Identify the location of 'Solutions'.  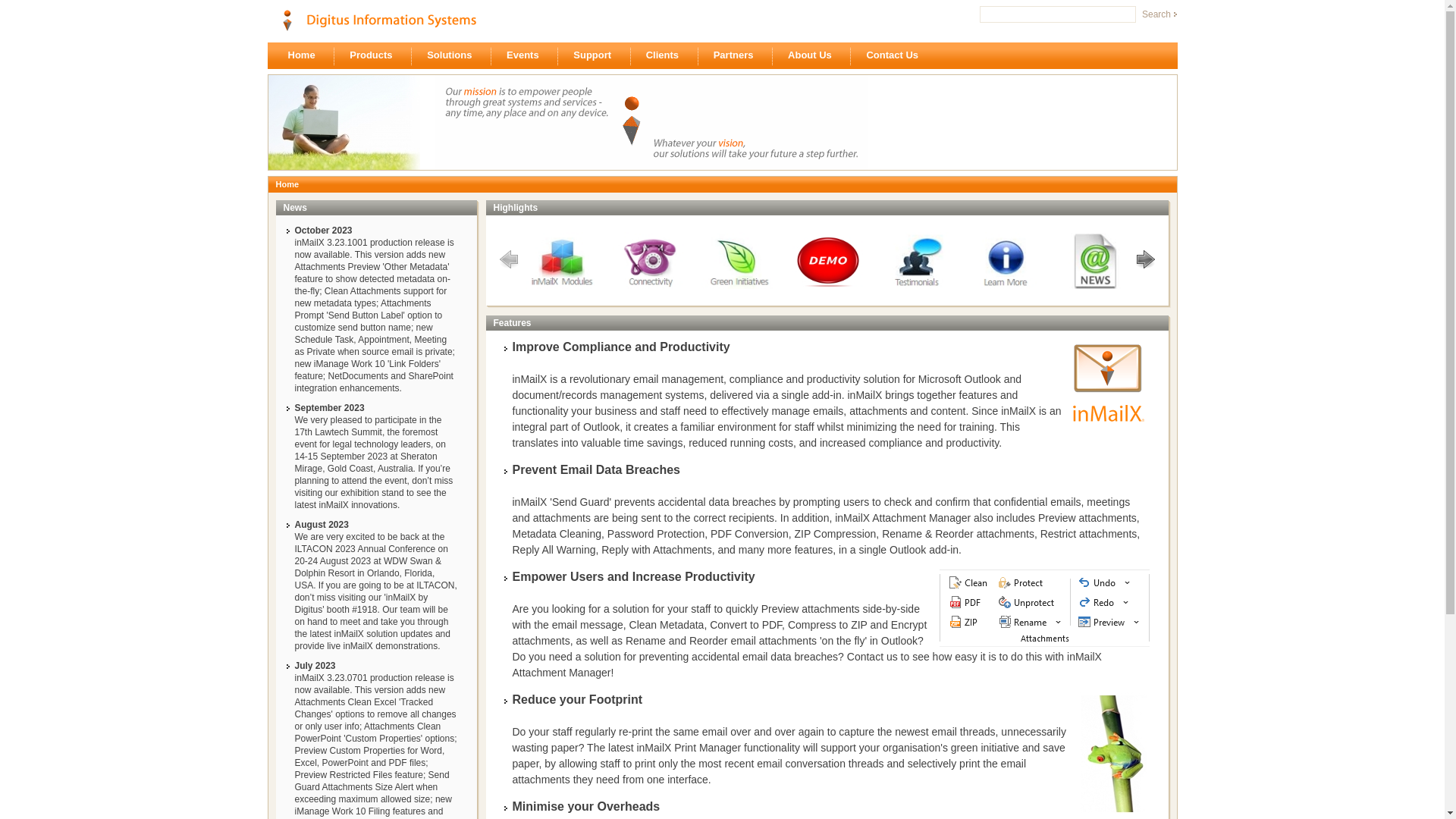
(453, 55).